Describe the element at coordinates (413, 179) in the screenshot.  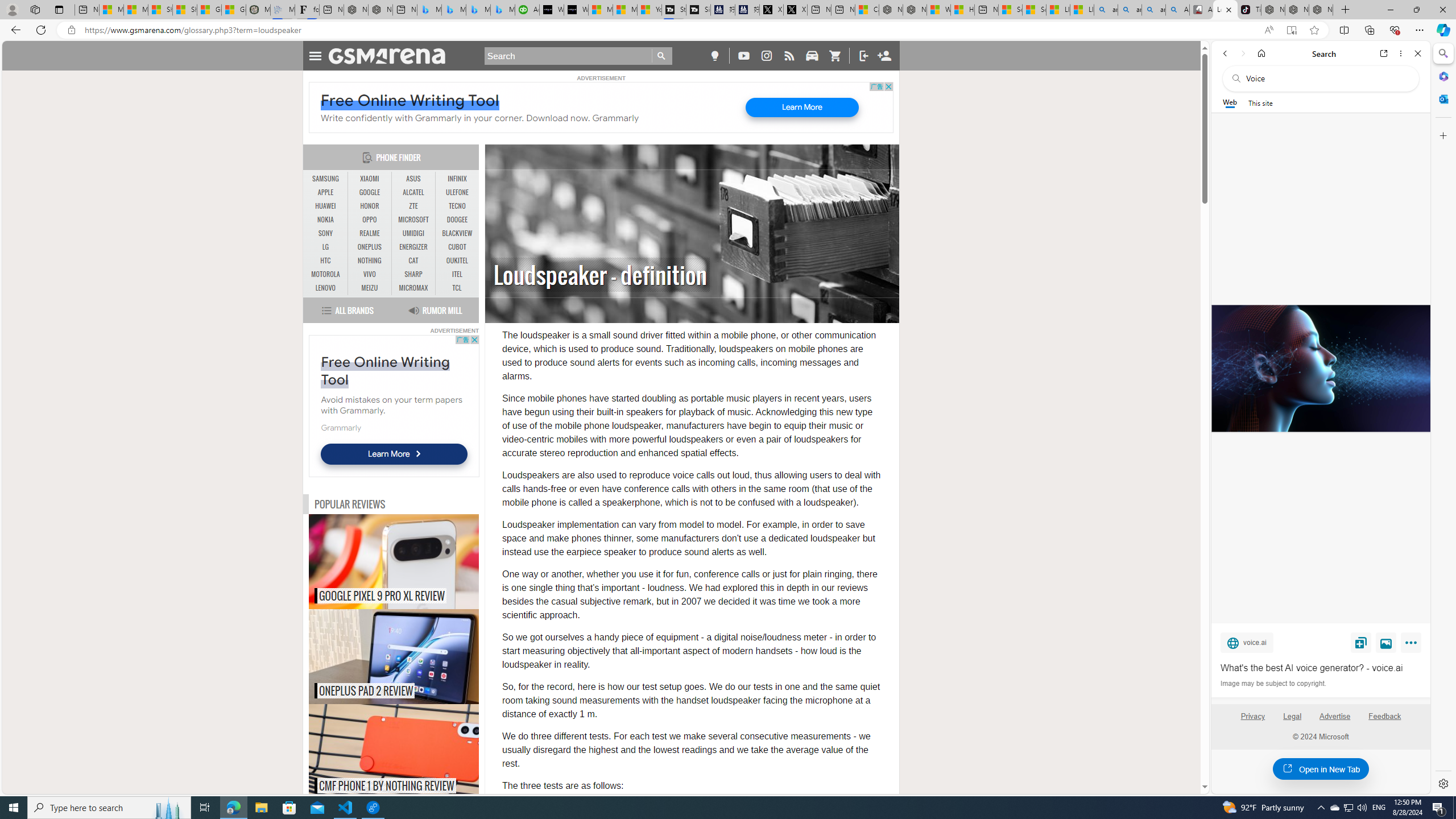
I see `'ASUS'` at that location.